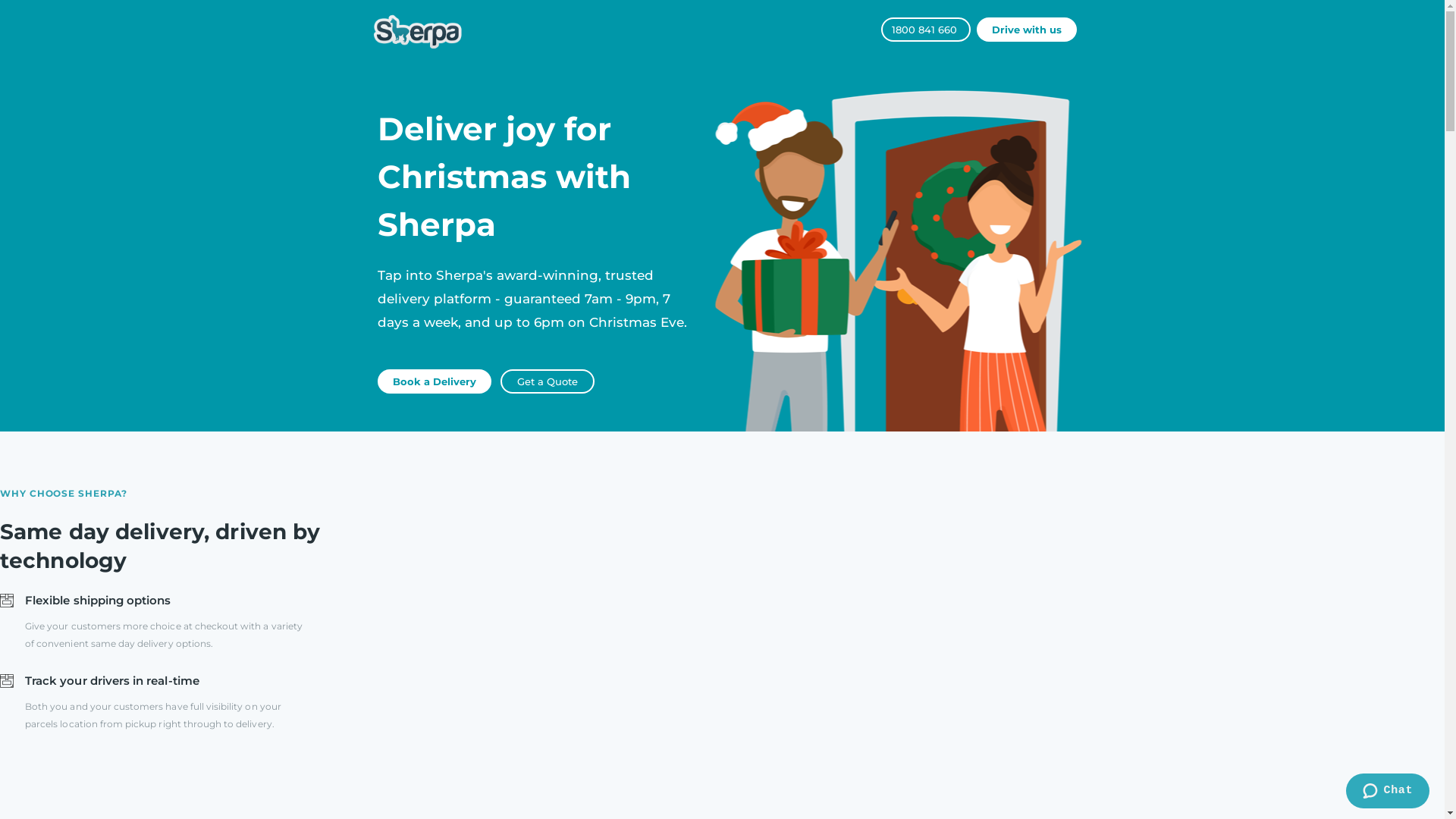 The width and height of the screenshot is (1456, 819). Describe the element at coordinates (1026, 29) in the screenshot. I see `'Drive with us'` at that location.